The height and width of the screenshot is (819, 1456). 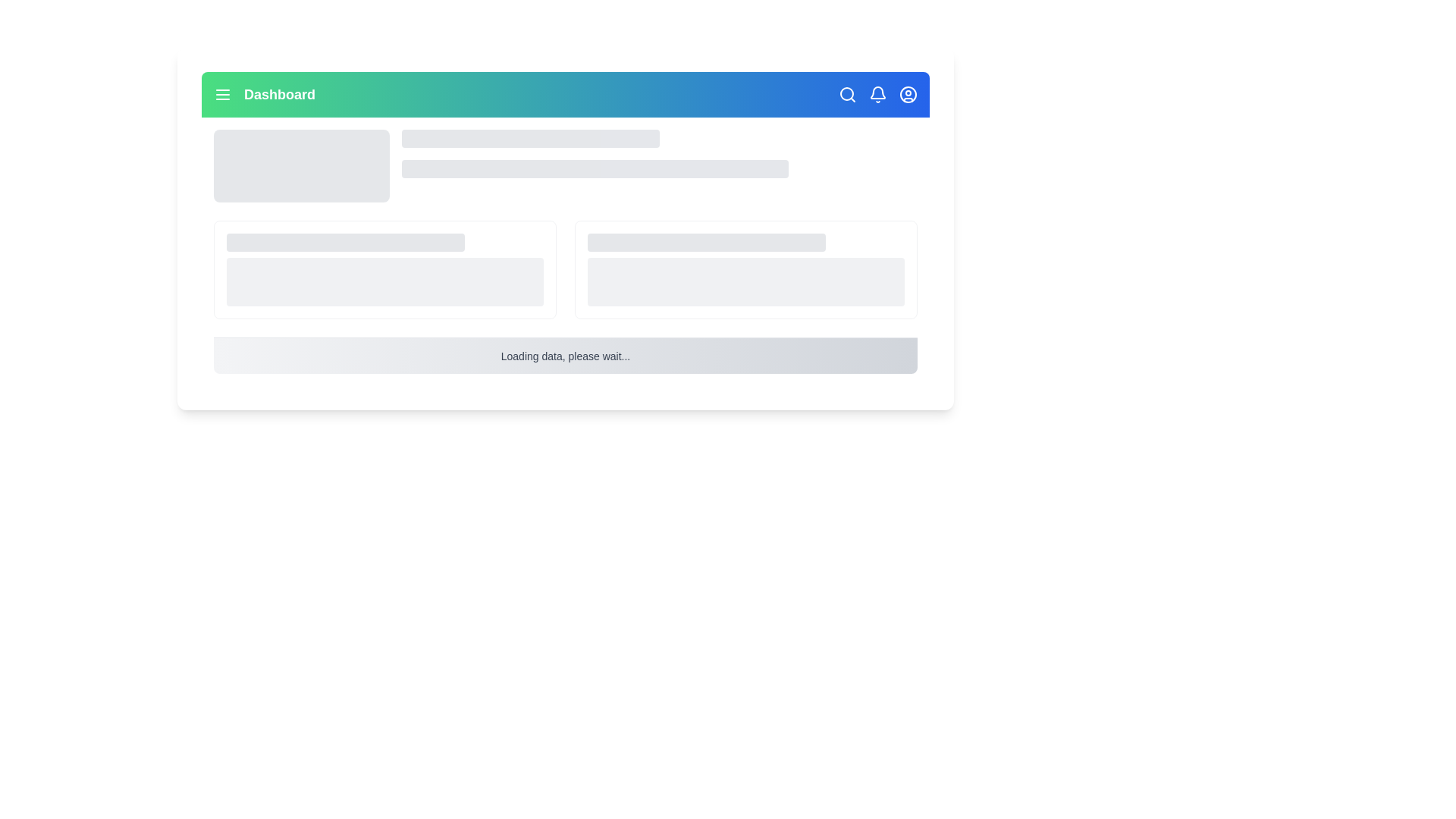 I want to click on the bell-shaped notification icon located in the top navigation bar, positioned to the right of the search magnifying glass and to the left of the user profile icon, so click(x=877, y=93).